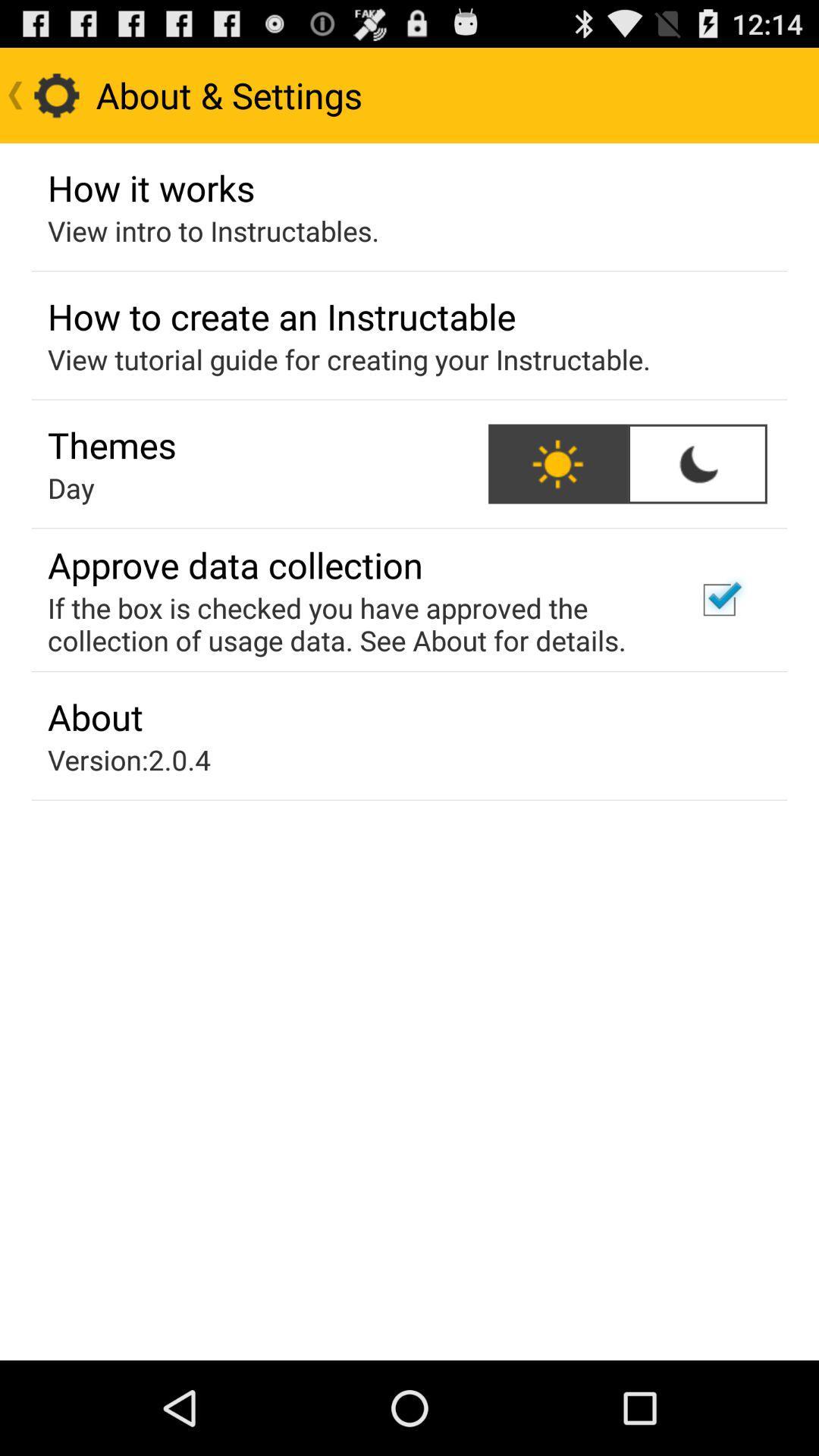  I want to click on the icon above how to create app, so click(213, 230).